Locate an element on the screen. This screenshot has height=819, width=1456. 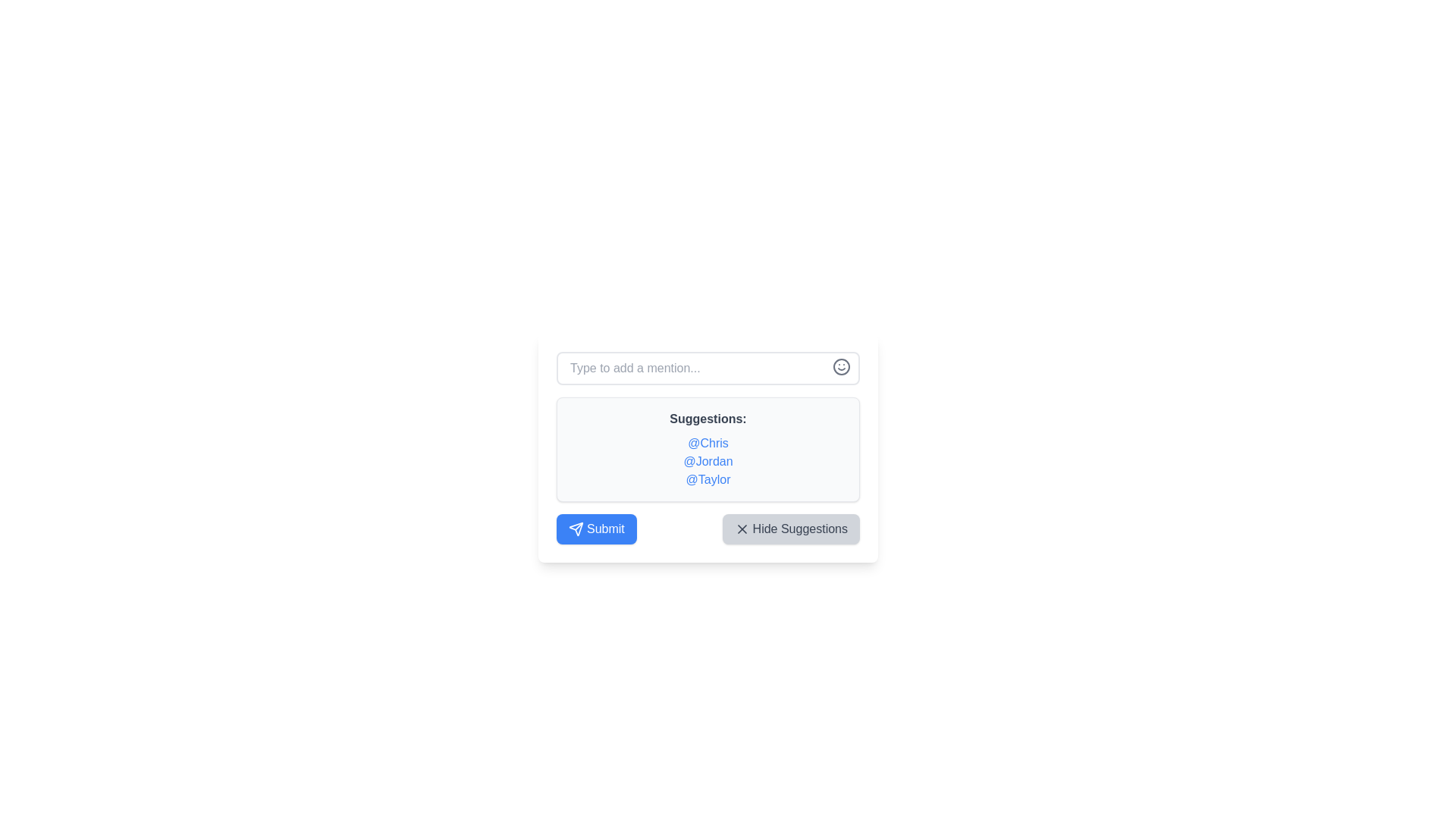
the small 'X' icon bordered by a grey background located within the 'Hide Suggestions' button is located at coordinates (742, 529).